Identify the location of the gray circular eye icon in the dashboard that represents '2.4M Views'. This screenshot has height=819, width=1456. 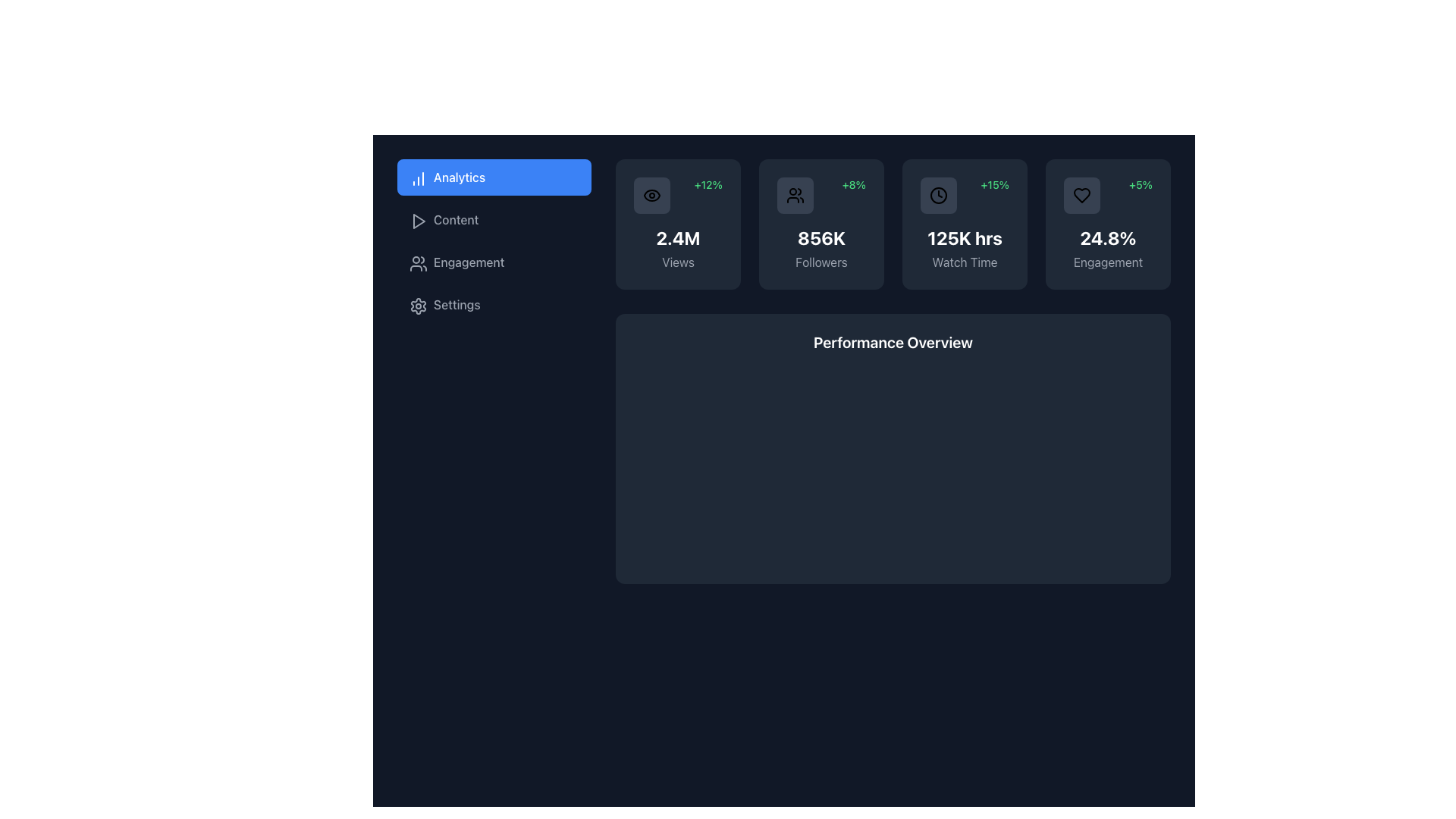
(651, 195).